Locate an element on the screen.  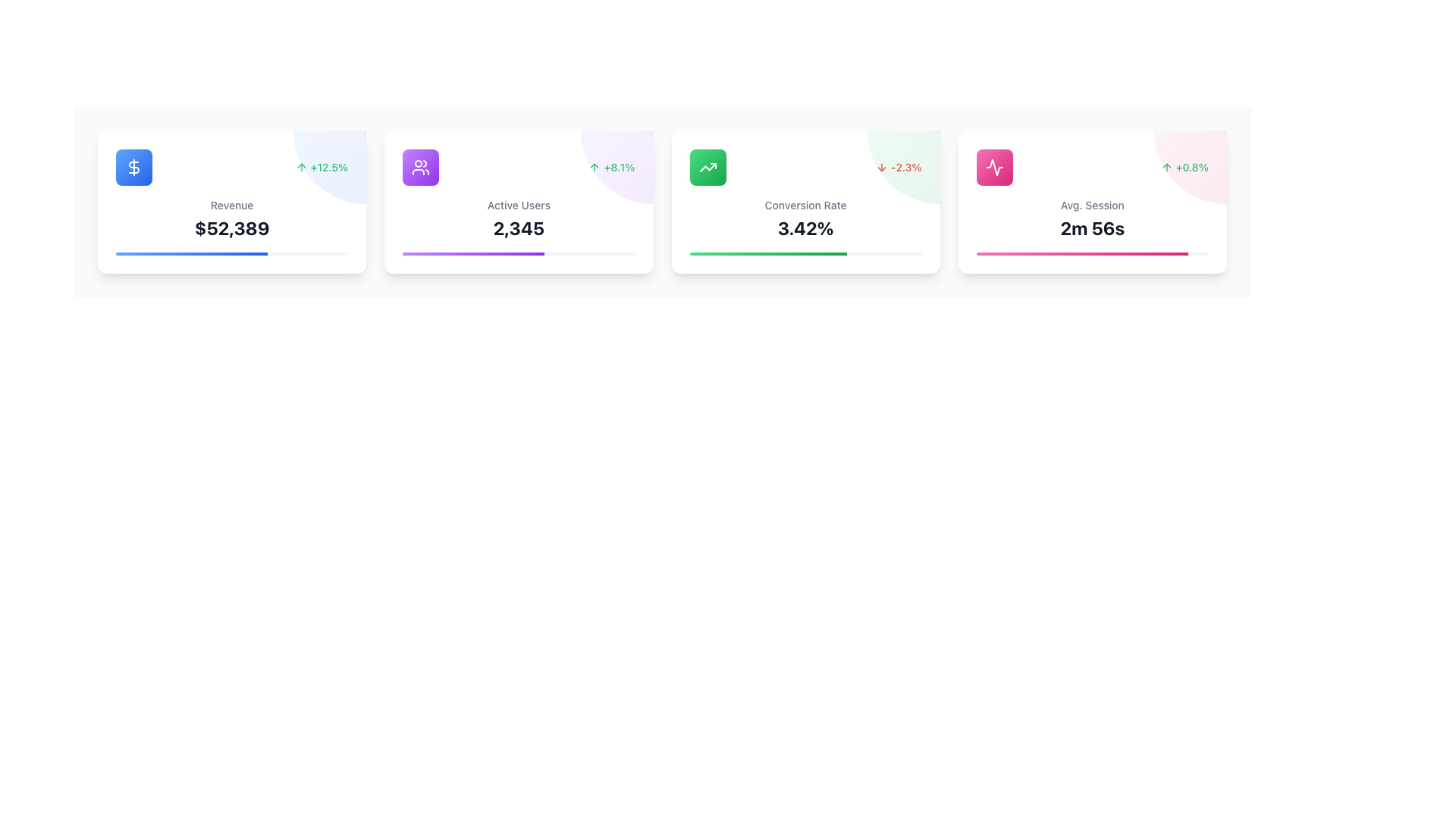
the Decorative background overlay located at the top-right corner of the 'Avg. Session' card, which visually emphasizes the area but does not interact directly with users is located at coordinates (1189, 167).